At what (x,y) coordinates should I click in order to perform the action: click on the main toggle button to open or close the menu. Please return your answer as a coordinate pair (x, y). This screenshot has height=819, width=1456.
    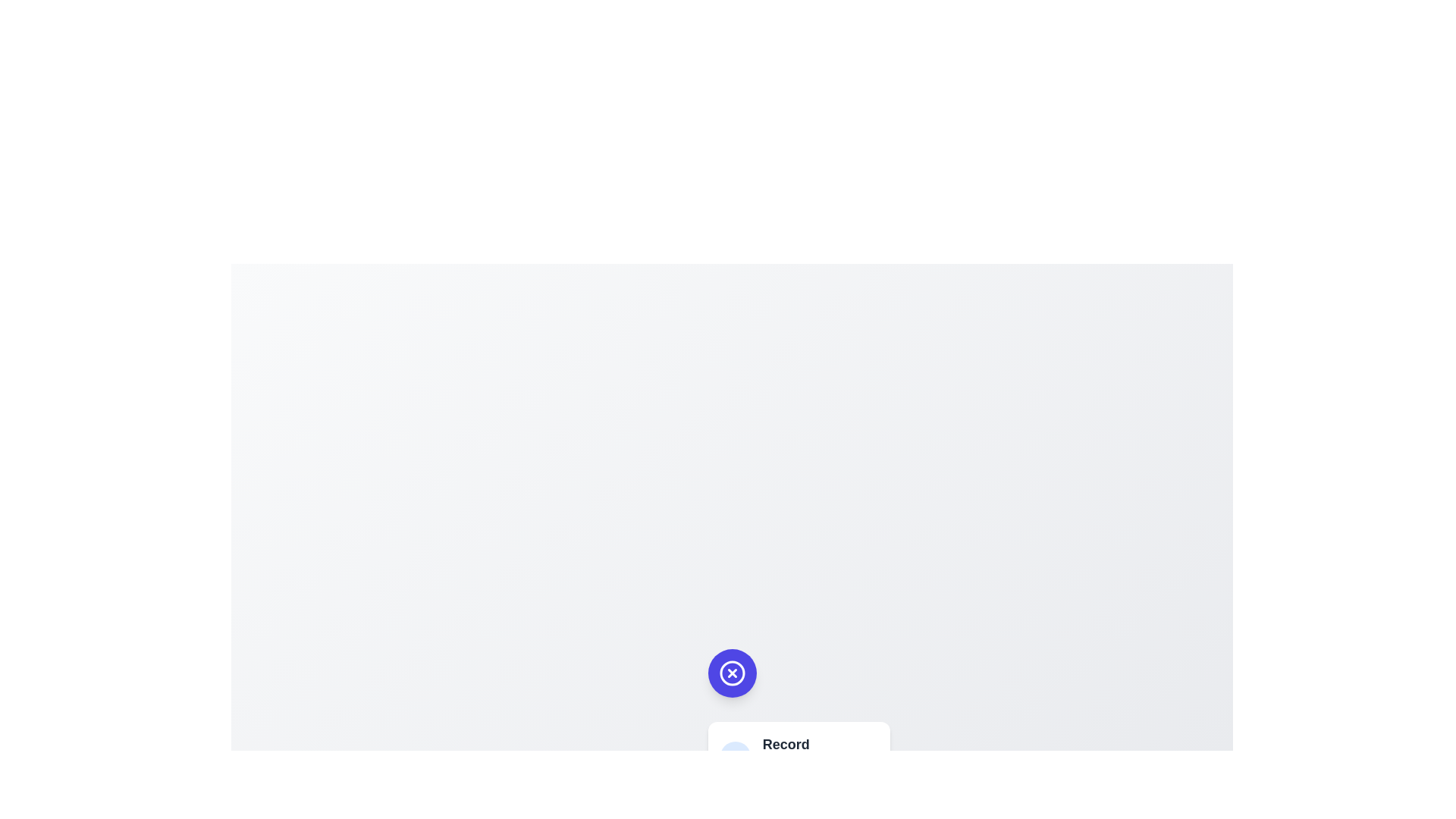
    Looking at the image, I should click on (732, 672).